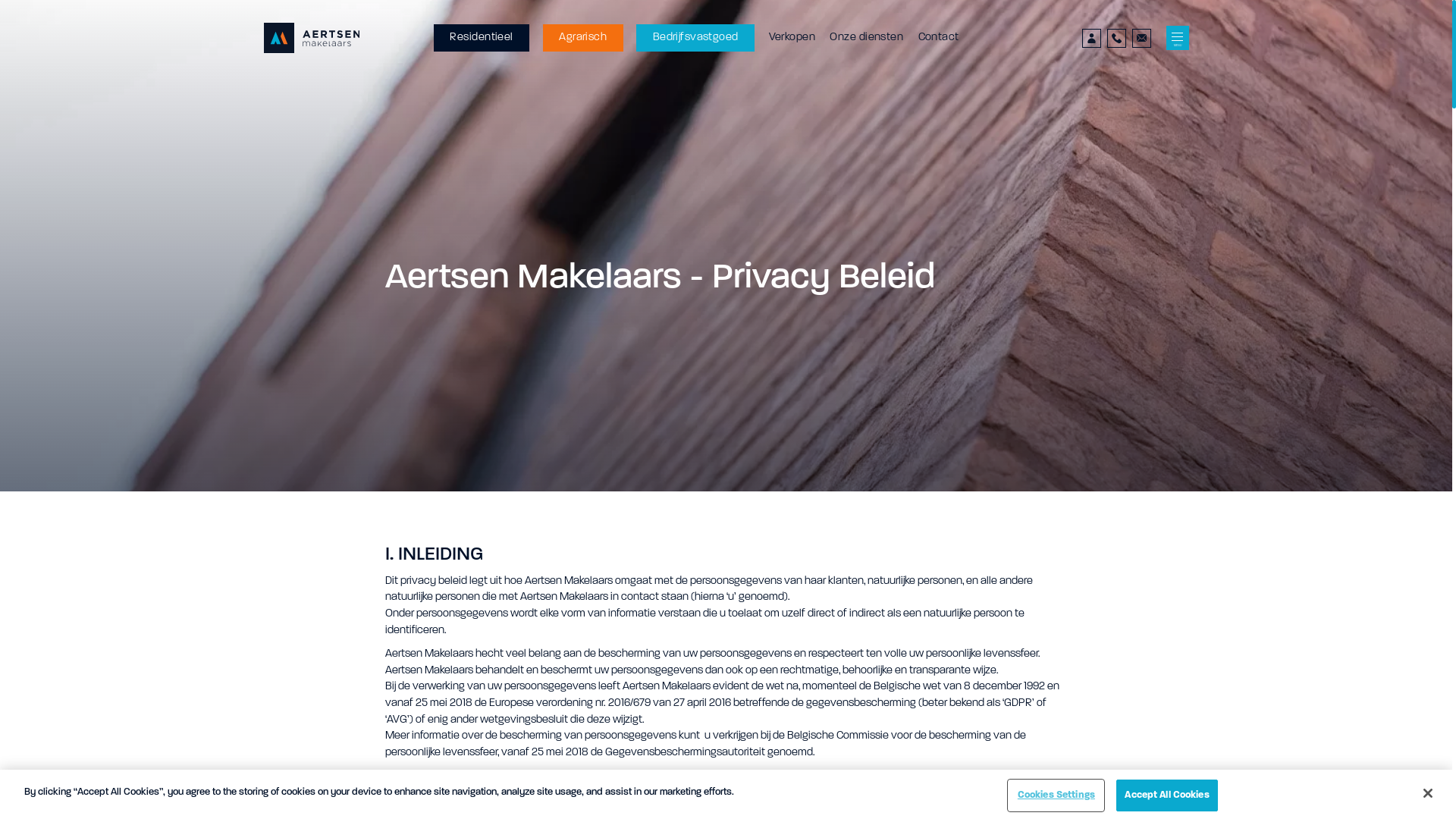 The width and height of the screenshot is (1456, 819). Describe the element at coordinates (1141, 37) in the screenshot. I see `'Mail ons'` at that location.